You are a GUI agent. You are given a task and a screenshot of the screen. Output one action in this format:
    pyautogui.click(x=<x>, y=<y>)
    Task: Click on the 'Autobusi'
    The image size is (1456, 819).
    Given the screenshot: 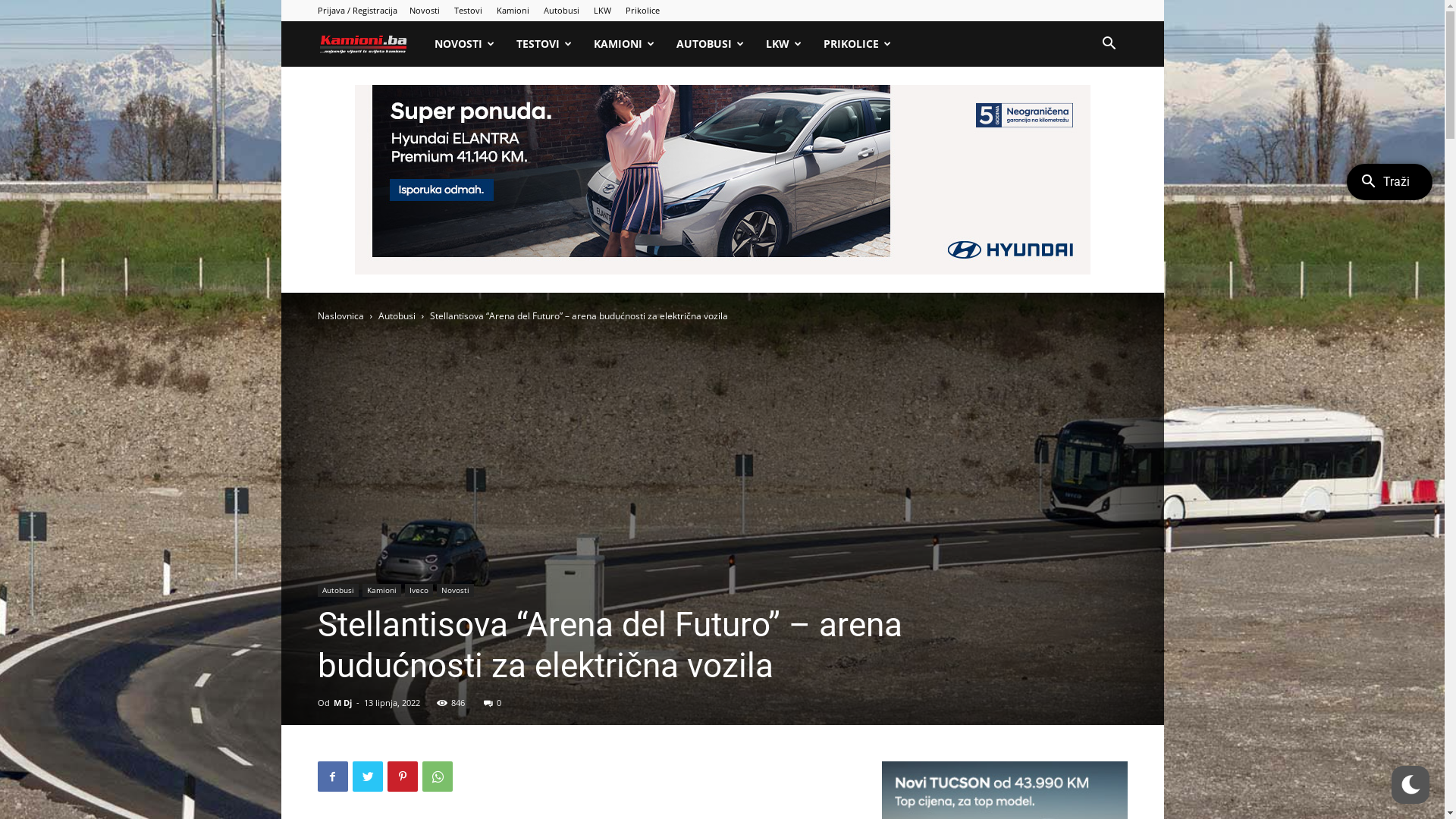 What is the action you would take?
    pyautogui.click(x=396, y=315)
    